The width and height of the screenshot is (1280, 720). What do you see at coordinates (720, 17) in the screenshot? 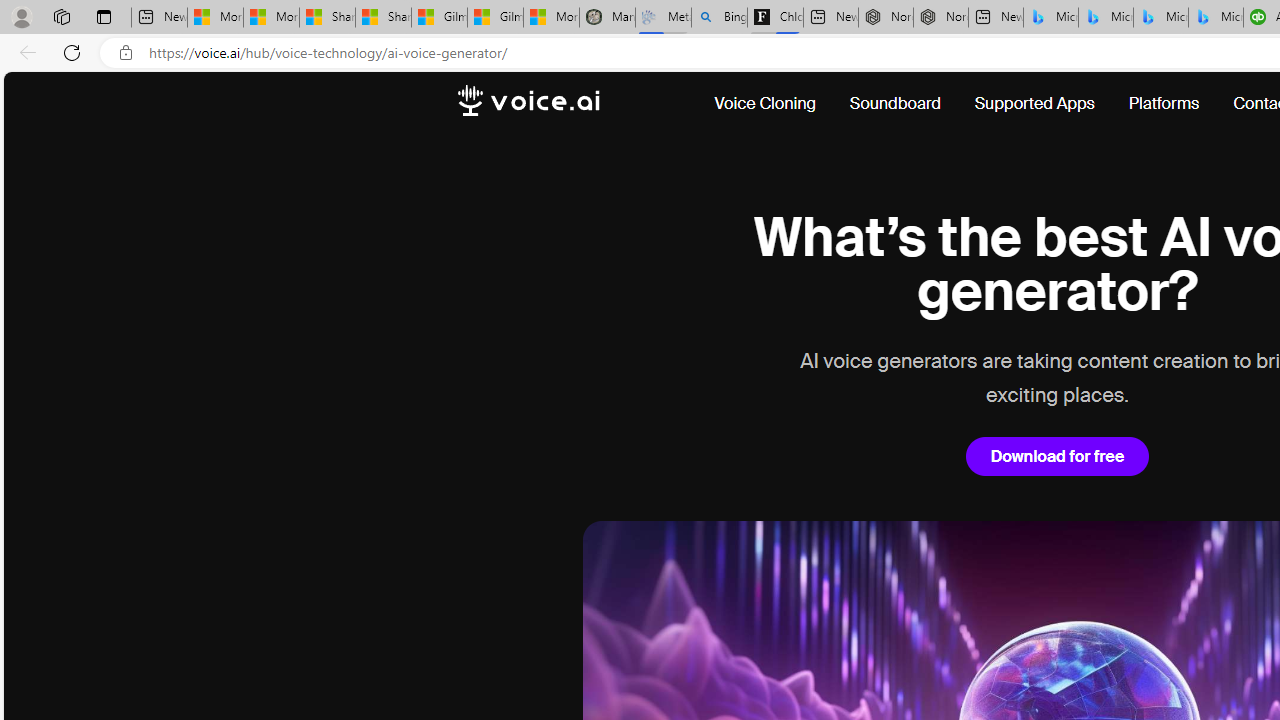
I see `'Bing Real Estate - Home sales and rental listings'` at bounding box center [720, 17].